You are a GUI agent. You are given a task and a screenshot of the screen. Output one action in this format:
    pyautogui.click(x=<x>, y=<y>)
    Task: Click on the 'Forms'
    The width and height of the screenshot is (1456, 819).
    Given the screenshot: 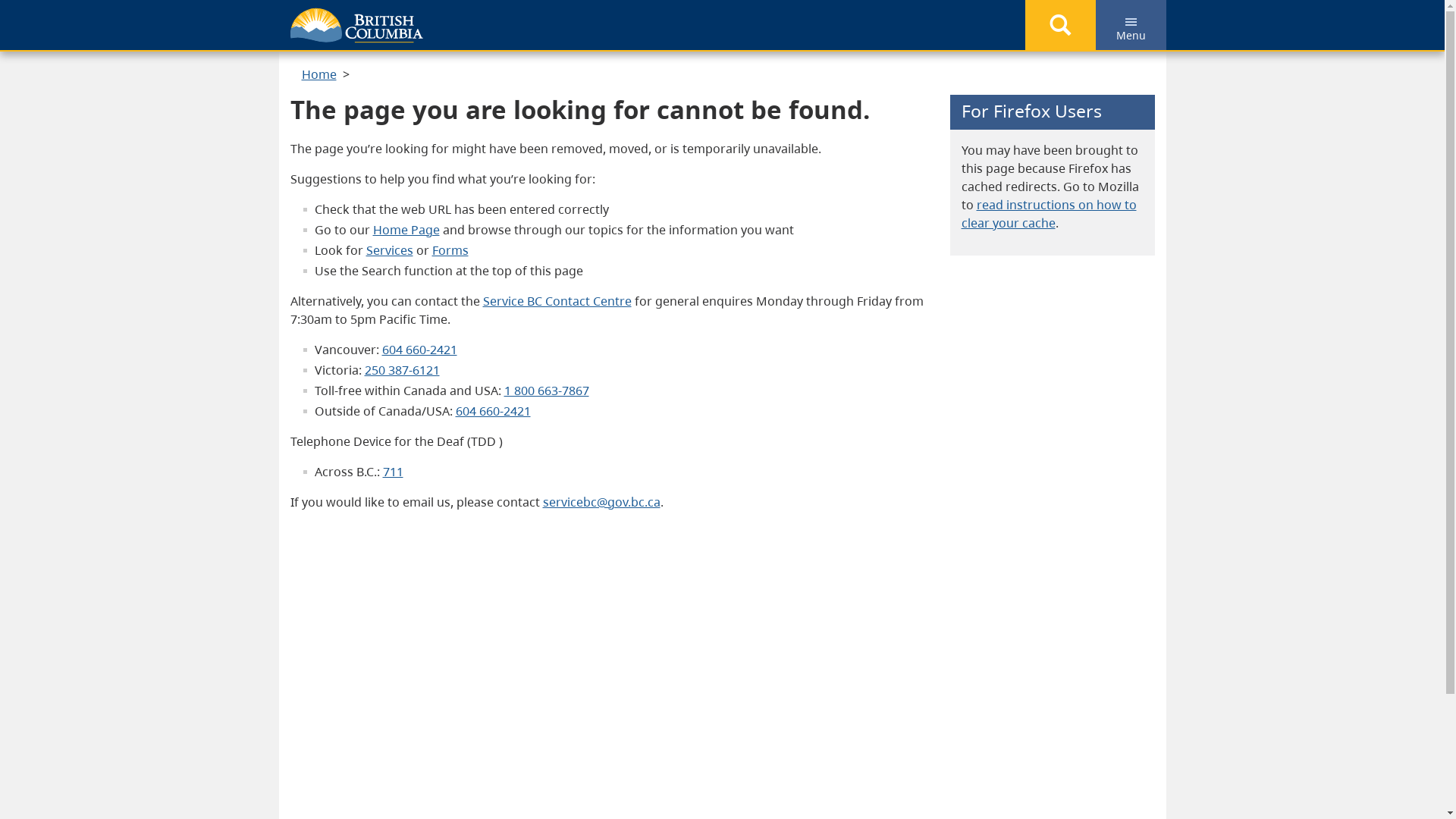 What is the action you would take?
    pyautogui.click(x=450, y=249)
    